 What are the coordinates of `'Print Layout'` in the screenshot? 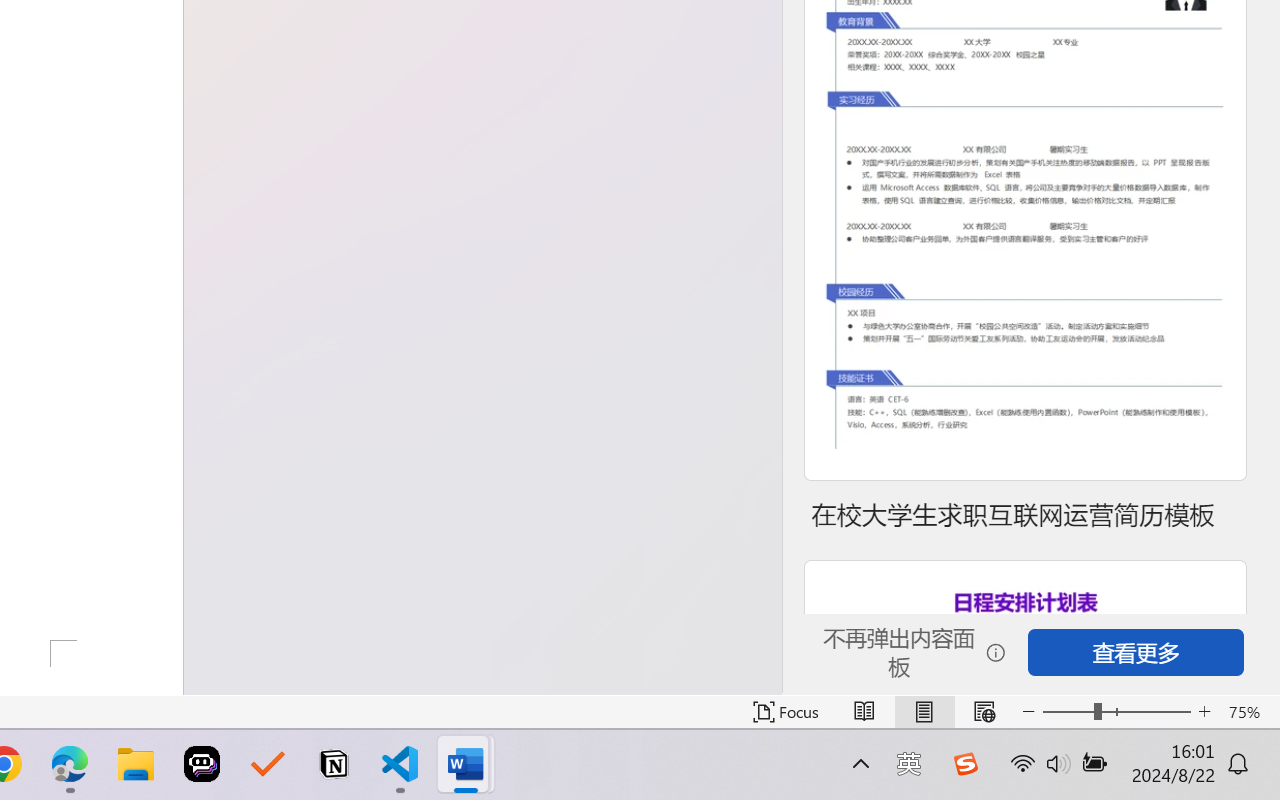 It's located at (923, 711).